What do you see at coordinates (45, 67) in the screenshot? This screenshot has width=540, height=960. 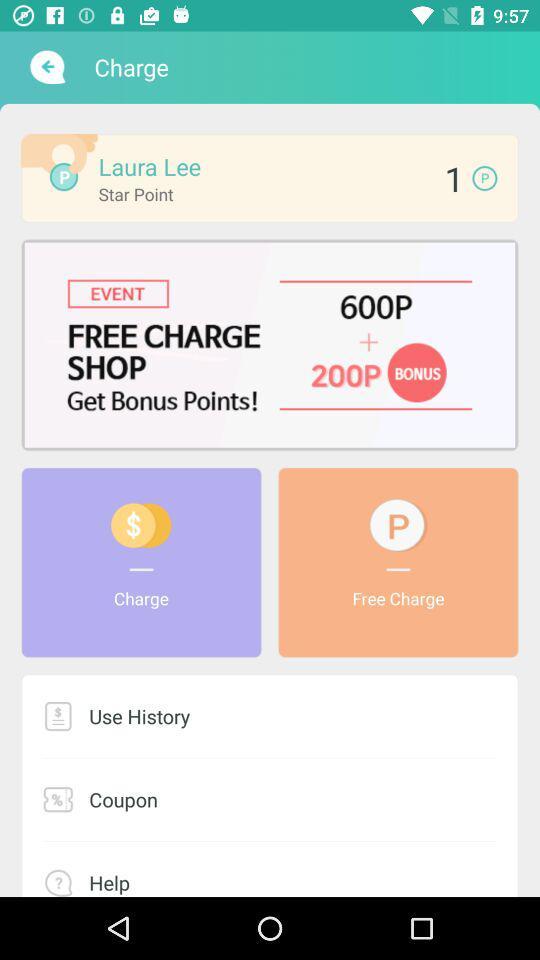 I see `the arrow_backward icon` at bounding box center [45, 67].